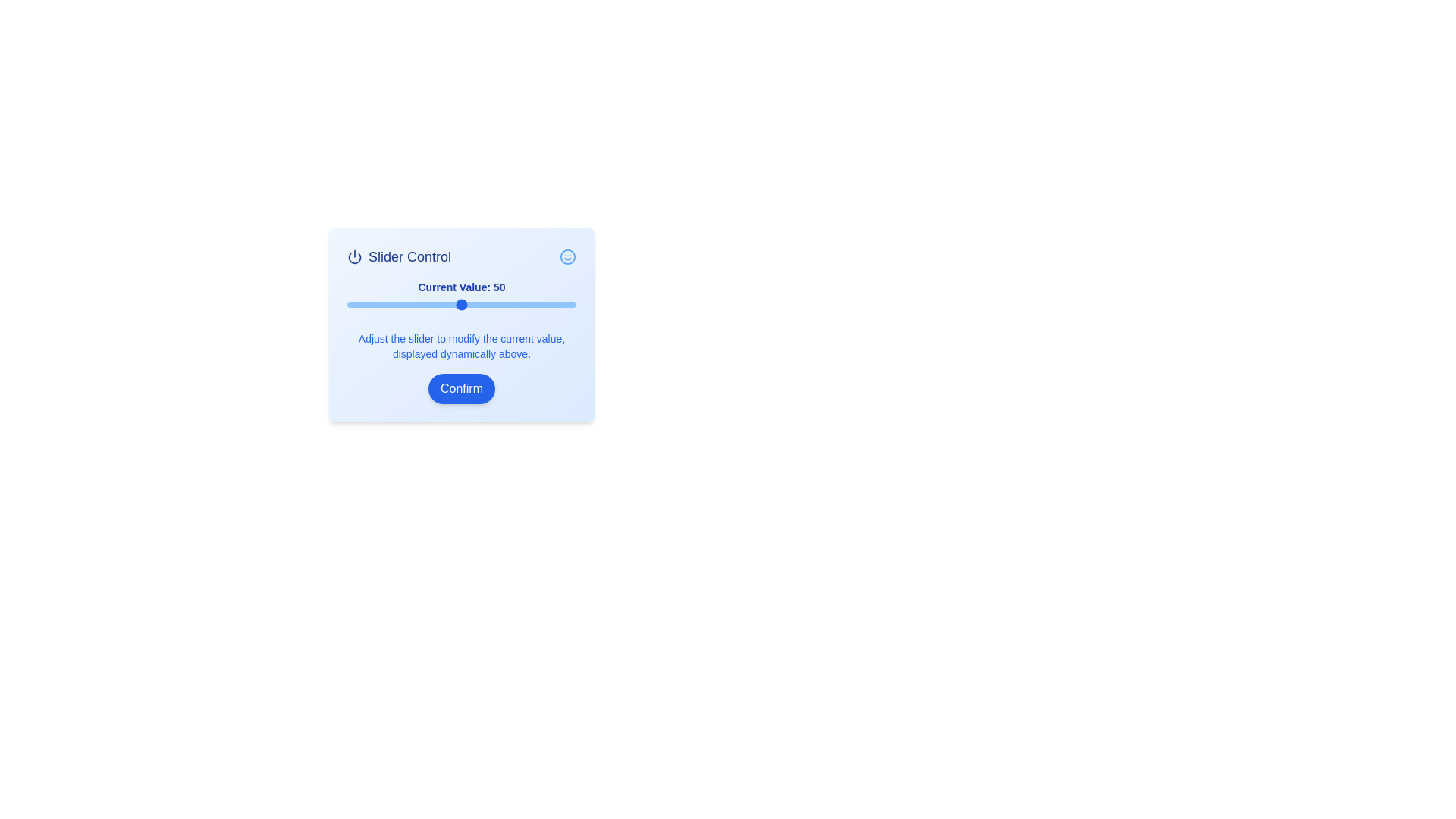 This screenshot has width=1456, height=819. Describe the element at coordinates (563, 304) in the screenshot. I see `the slider value` at that location.